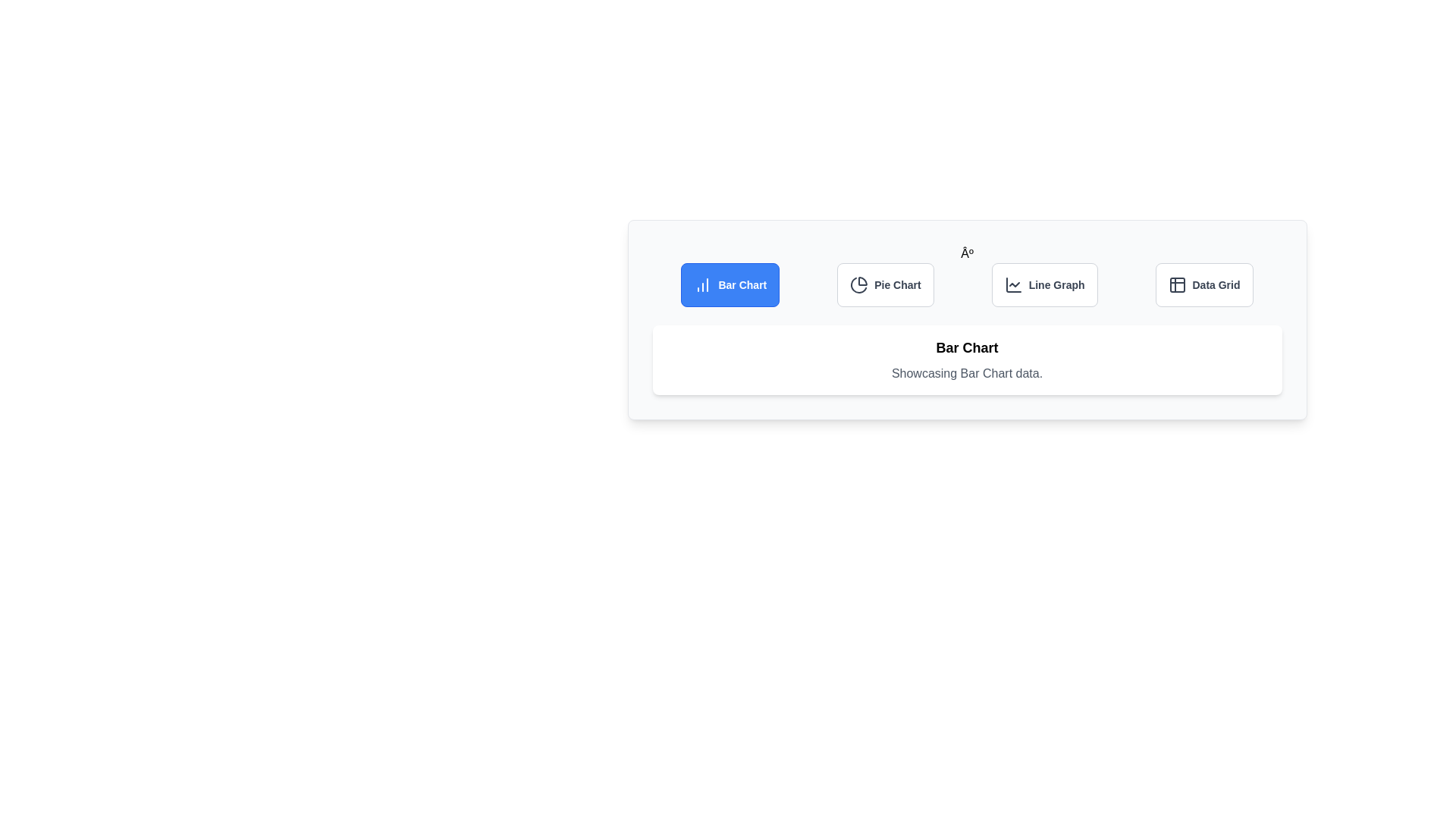 This screenshot has height=819, width=1456. Describe the element at coordinates (730, 284) in the screenshot. I see `the Bar Chart tab to view its data visualization` at that location.